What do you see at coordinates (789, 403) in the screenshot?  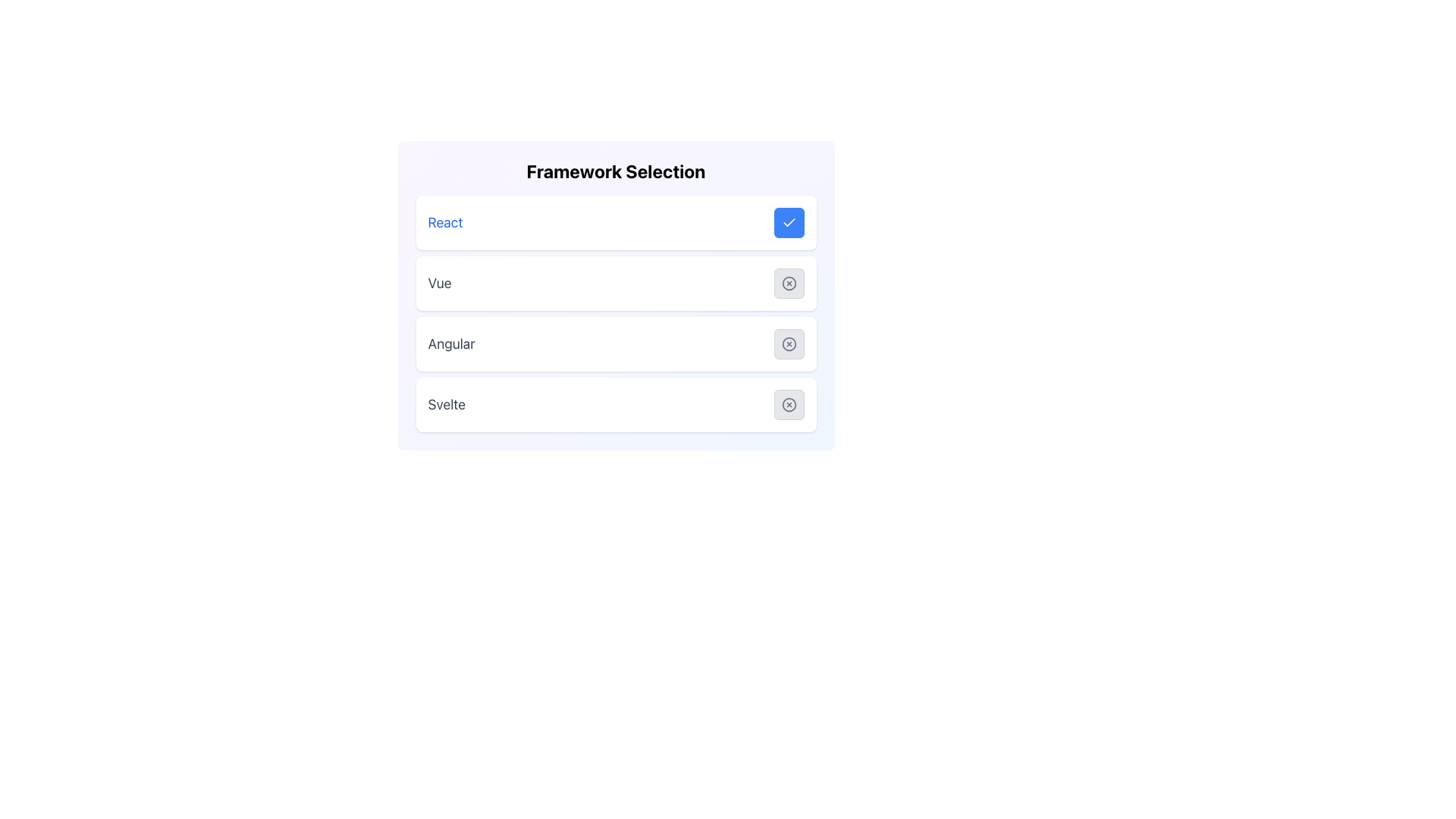 I see `the deselect Icon button located in the last row of the framework selection interface, immediately to the right of the 'Svelte' label` at bounding box center [789, 403].